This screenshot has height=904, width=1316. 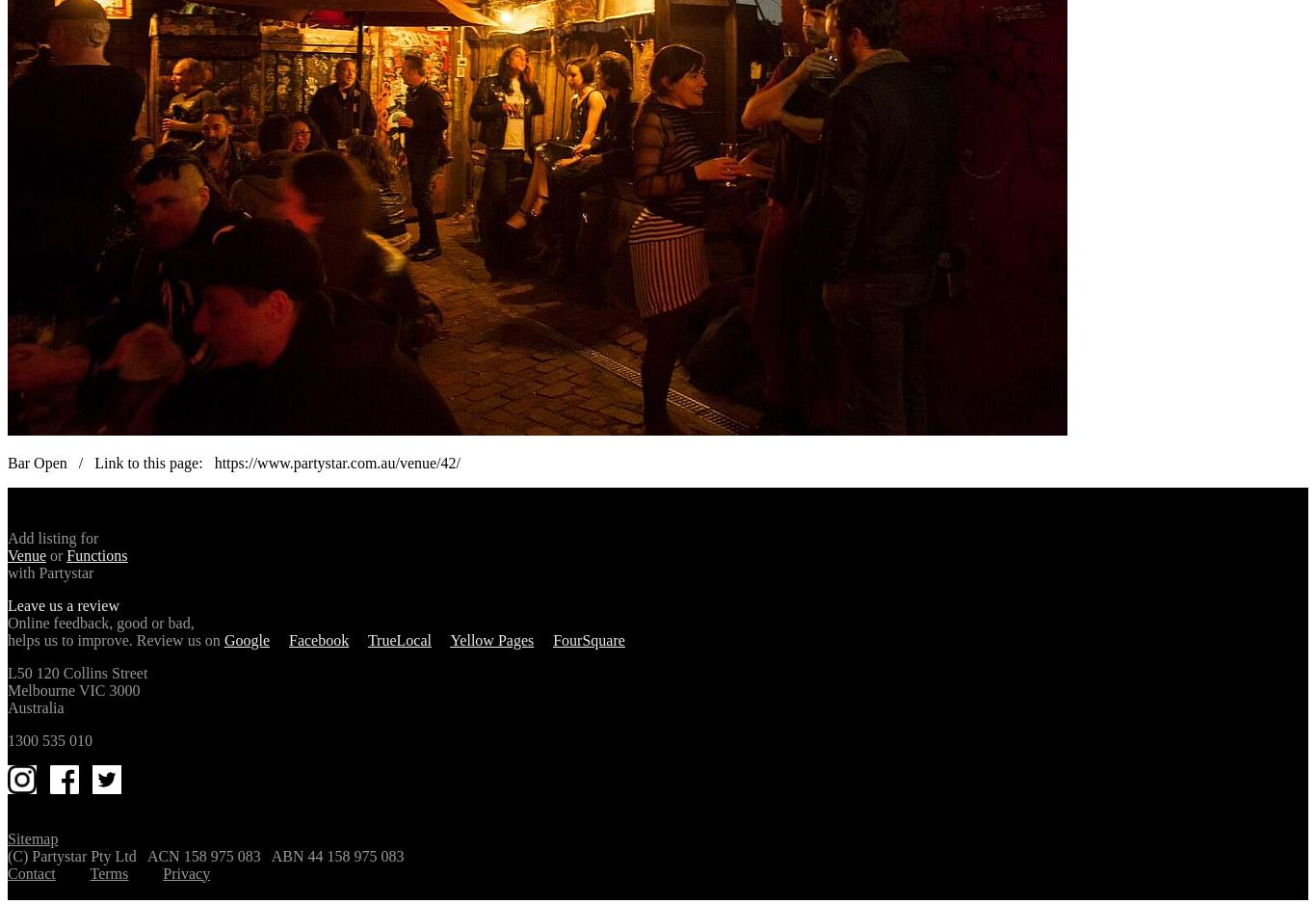 What do you see at coordinates (56, 553) in the screenshot?
I see `'or'` at bounding box center [56, 553].